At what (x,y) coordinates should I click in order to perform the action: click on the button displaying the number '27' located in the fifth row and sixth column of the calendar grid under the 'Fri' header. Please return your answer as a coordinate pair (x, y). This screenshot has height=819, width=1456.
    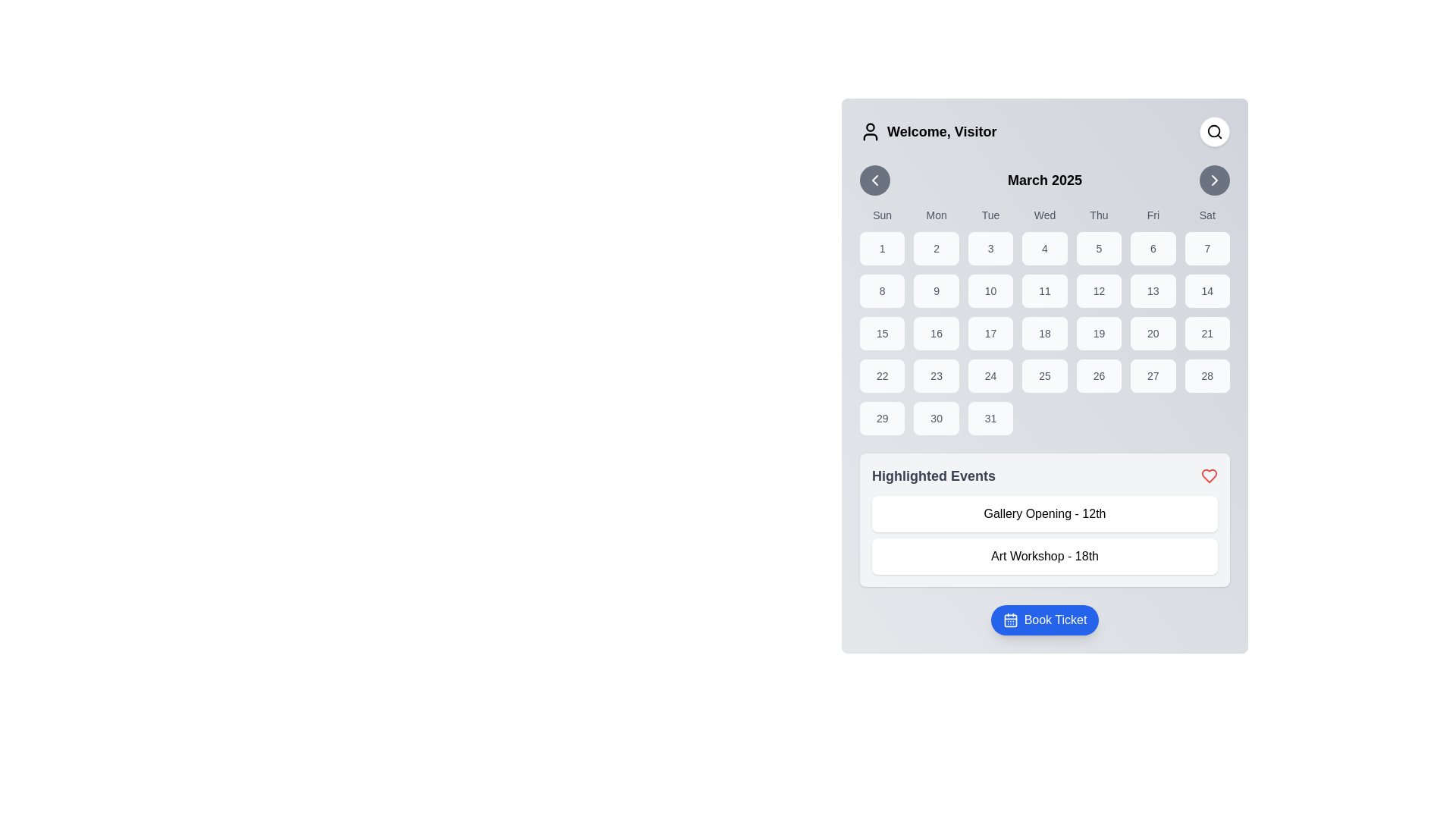
    Looking at the image, I should click on (1153, 375).